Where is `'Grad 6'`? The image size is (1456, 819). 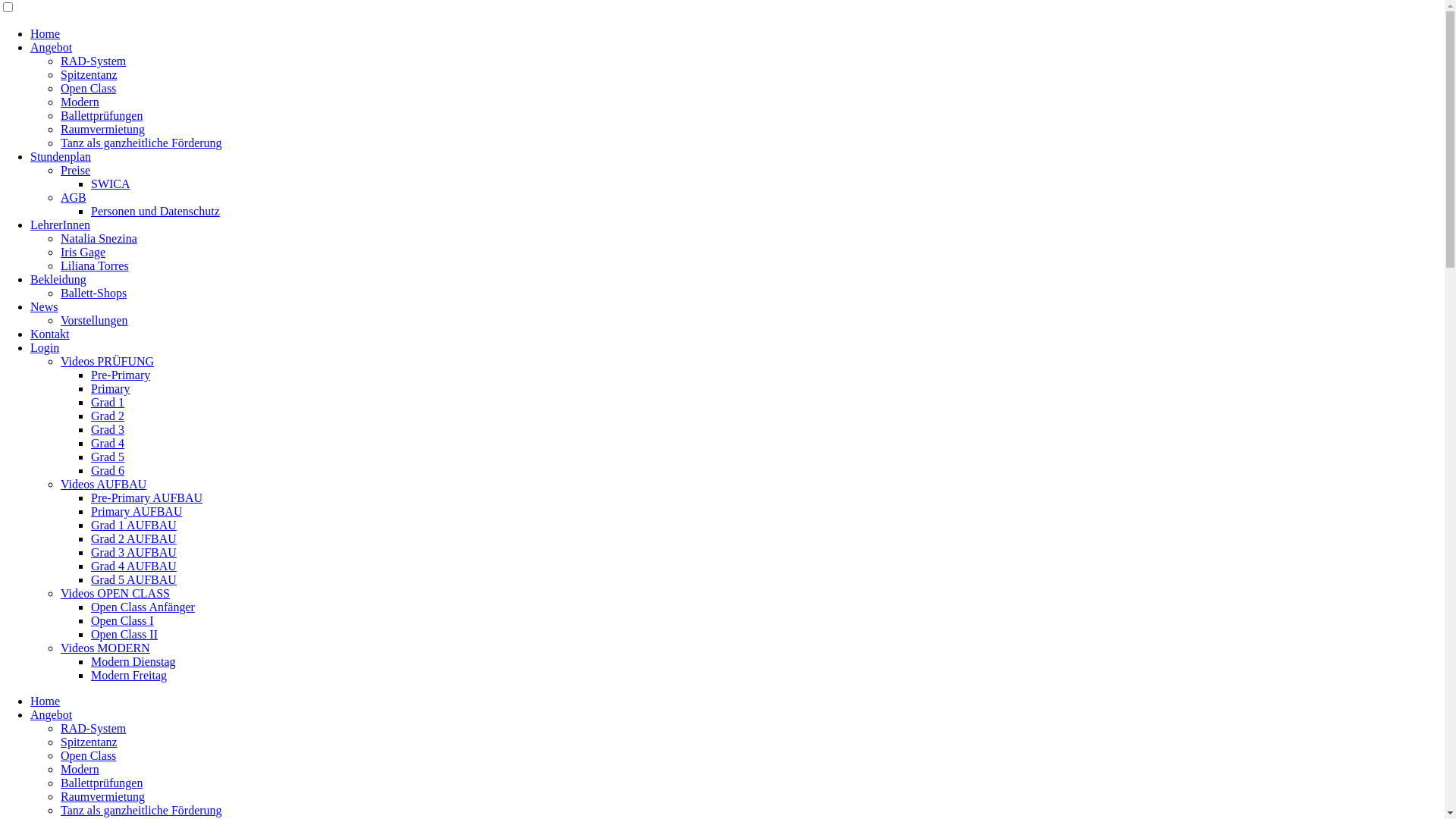
'Grad 6' is located at coordinates (107, 469).